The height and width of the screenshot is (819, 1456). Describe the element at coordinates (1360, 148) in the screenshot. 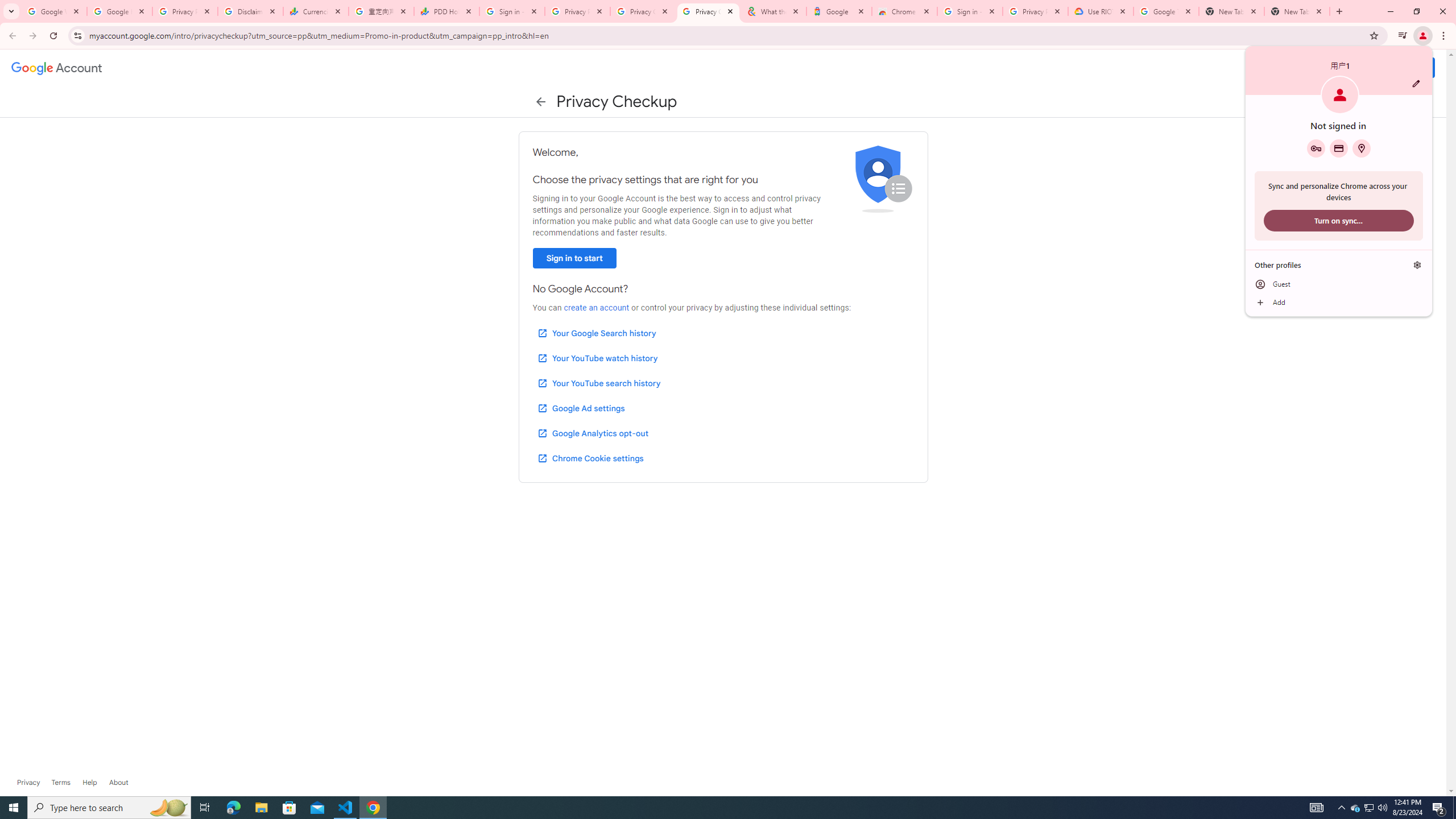

I see `'Addresses and more'` at that location.